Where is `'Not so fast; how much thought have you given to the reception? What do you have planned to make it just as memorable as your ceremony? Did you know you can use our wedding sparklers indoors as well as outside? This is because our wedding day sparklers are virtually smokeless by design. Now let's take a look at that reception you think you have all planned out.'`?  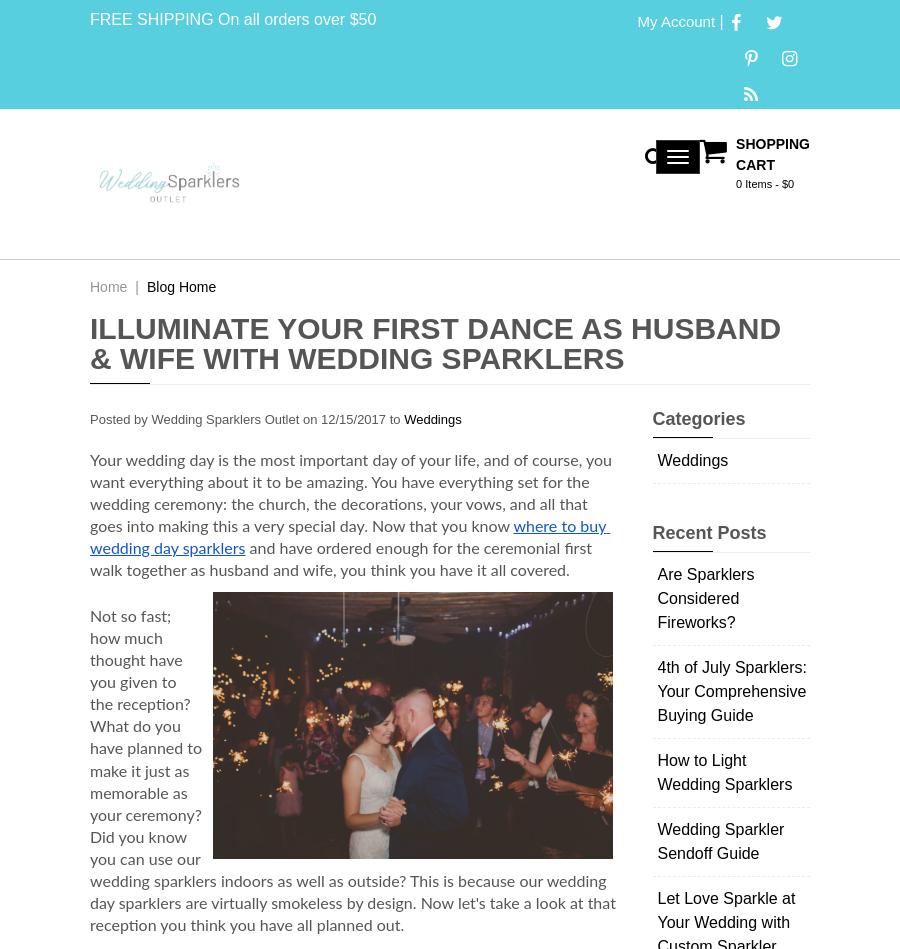 'Not so fast; how much thought have you given to the reception? What do you have planned to make it just as memorable as your ceremony? Did you know you can use our wedding sparklers indoors as well as outside? This is because our wedding day sparklers are virtually smokeless by design. Now let's take a look at that reception you think you have all planned out.' is located at coordinates (354, 770).